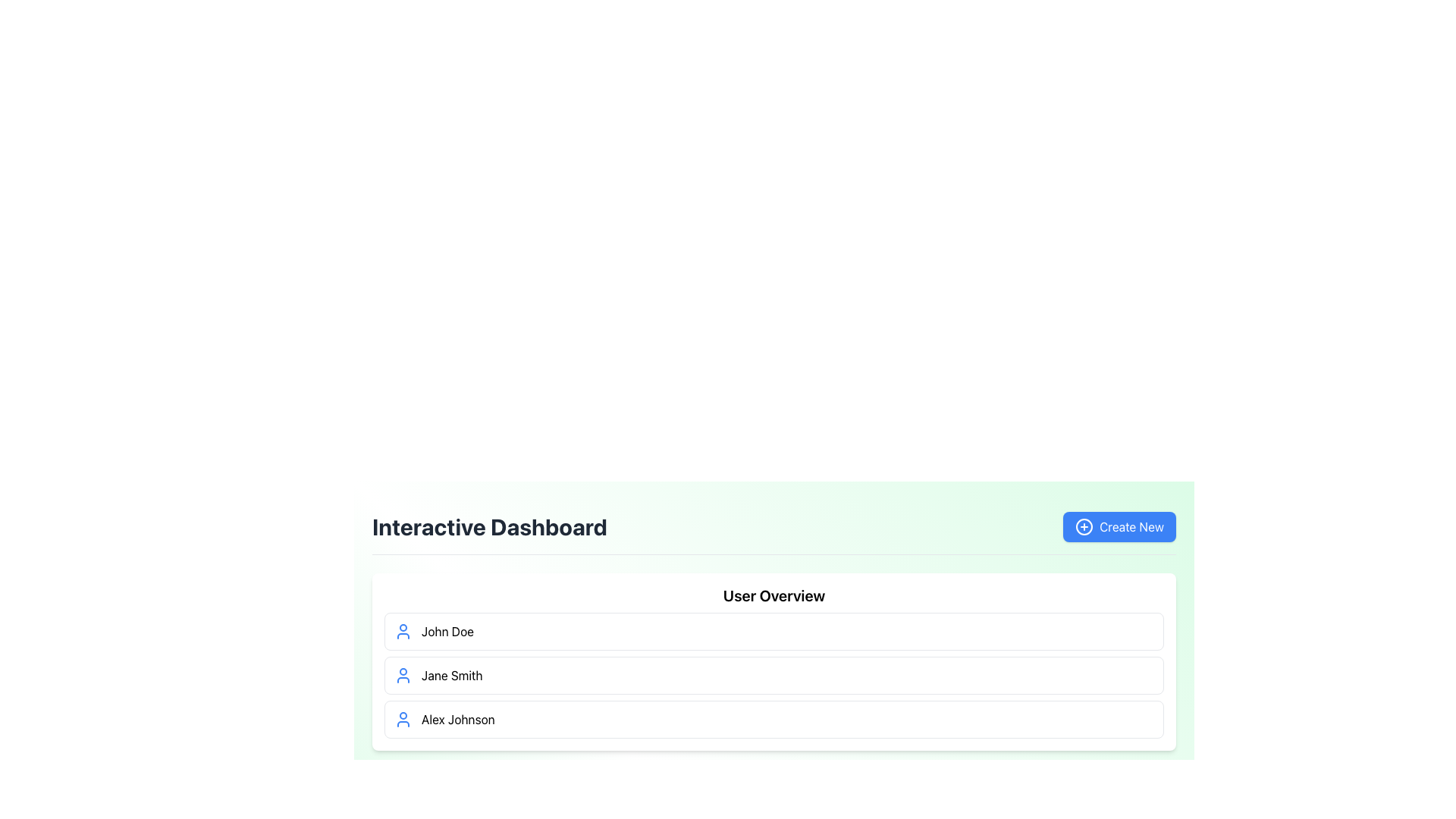 This screenshot has height=819, width=1456. What do you see at coordinates (774, 595) in the screenshot?
I see `the 'User Overview' text label, which is styled with a larger font and serves as a heading above the user list in a card layout` at bounding box center [774, 595].